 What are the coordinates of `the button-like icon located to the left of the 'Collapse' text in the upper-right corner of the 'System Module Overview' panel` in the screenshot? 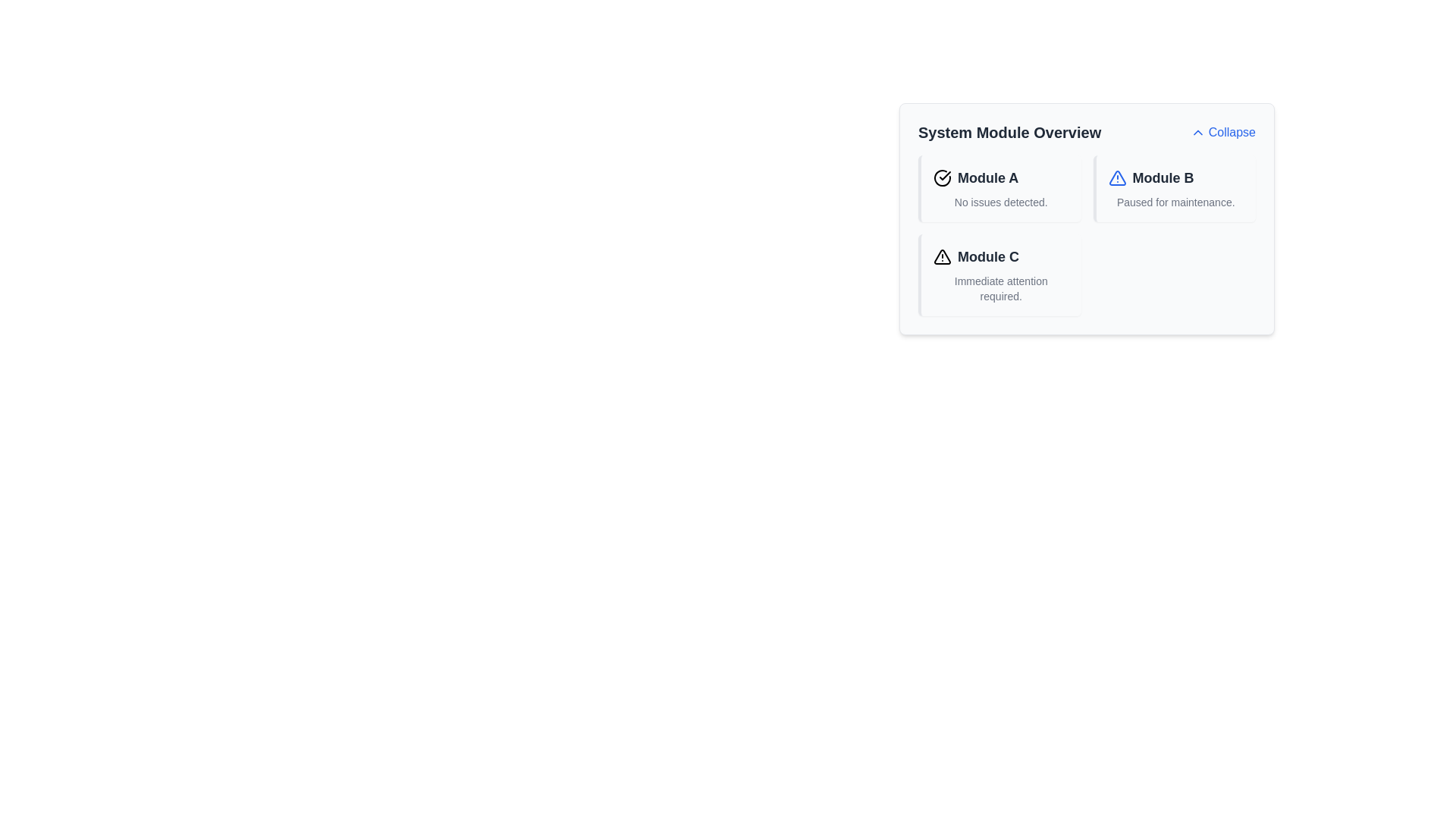 It's located at (1197, 131).